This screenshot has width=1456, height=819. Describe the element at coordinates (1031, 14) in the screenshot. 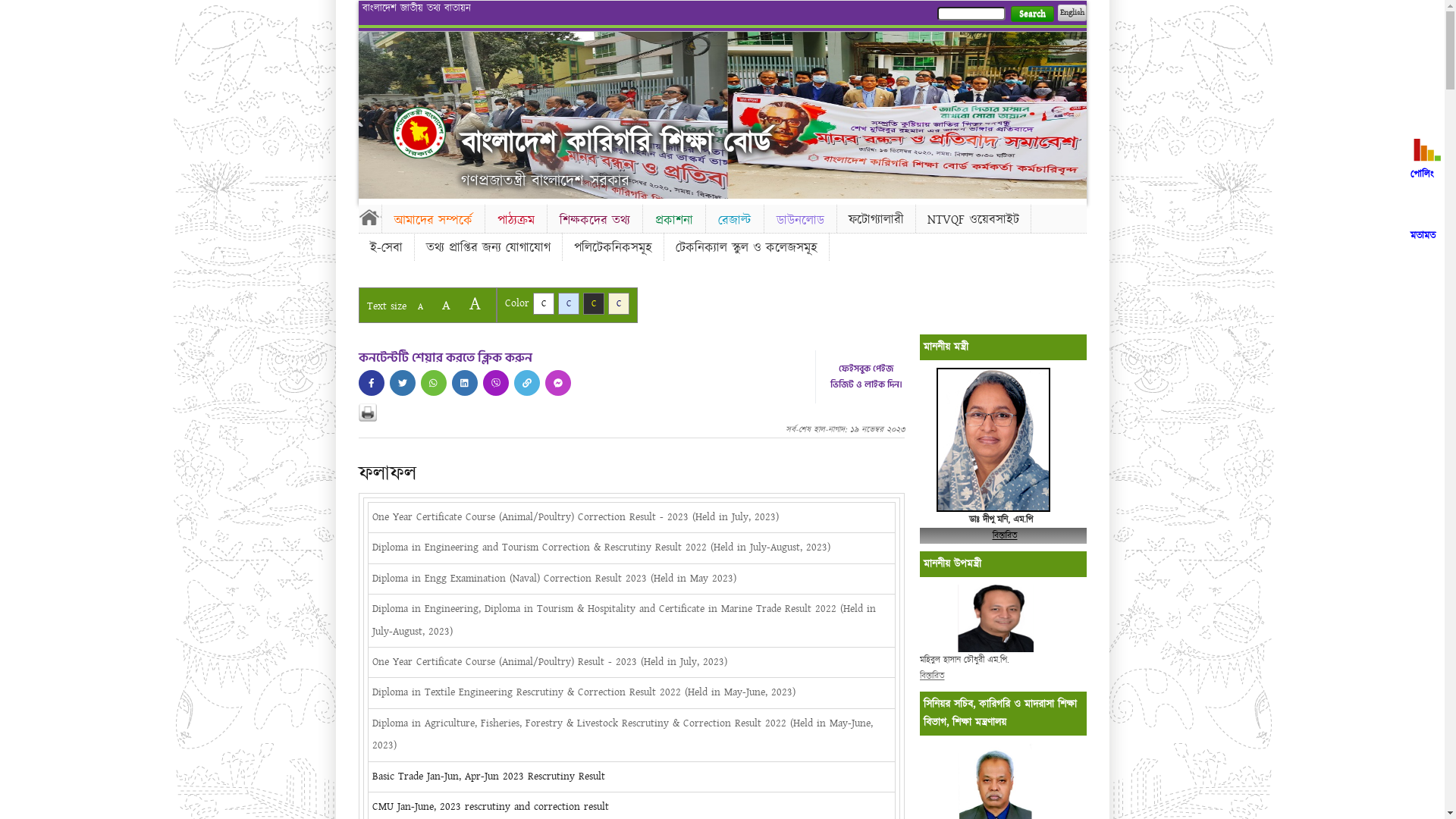

I see `'Search'` at that location.